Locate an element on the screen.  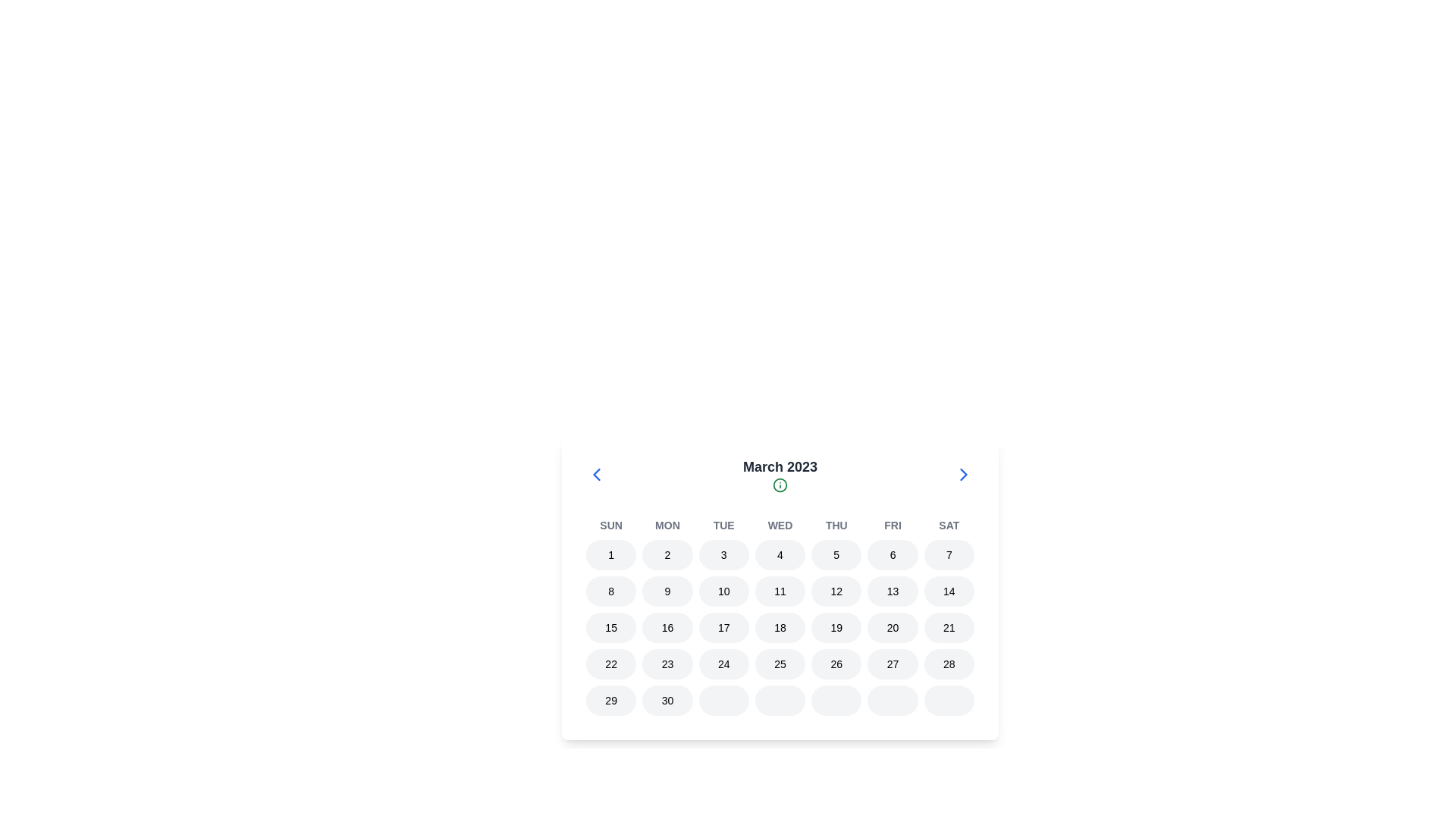
the text label displaying 'Sat', which is styled in small uppercase gray font and located at the far right of a row of abbreviated weekday names is located at coordinates (948, 525).